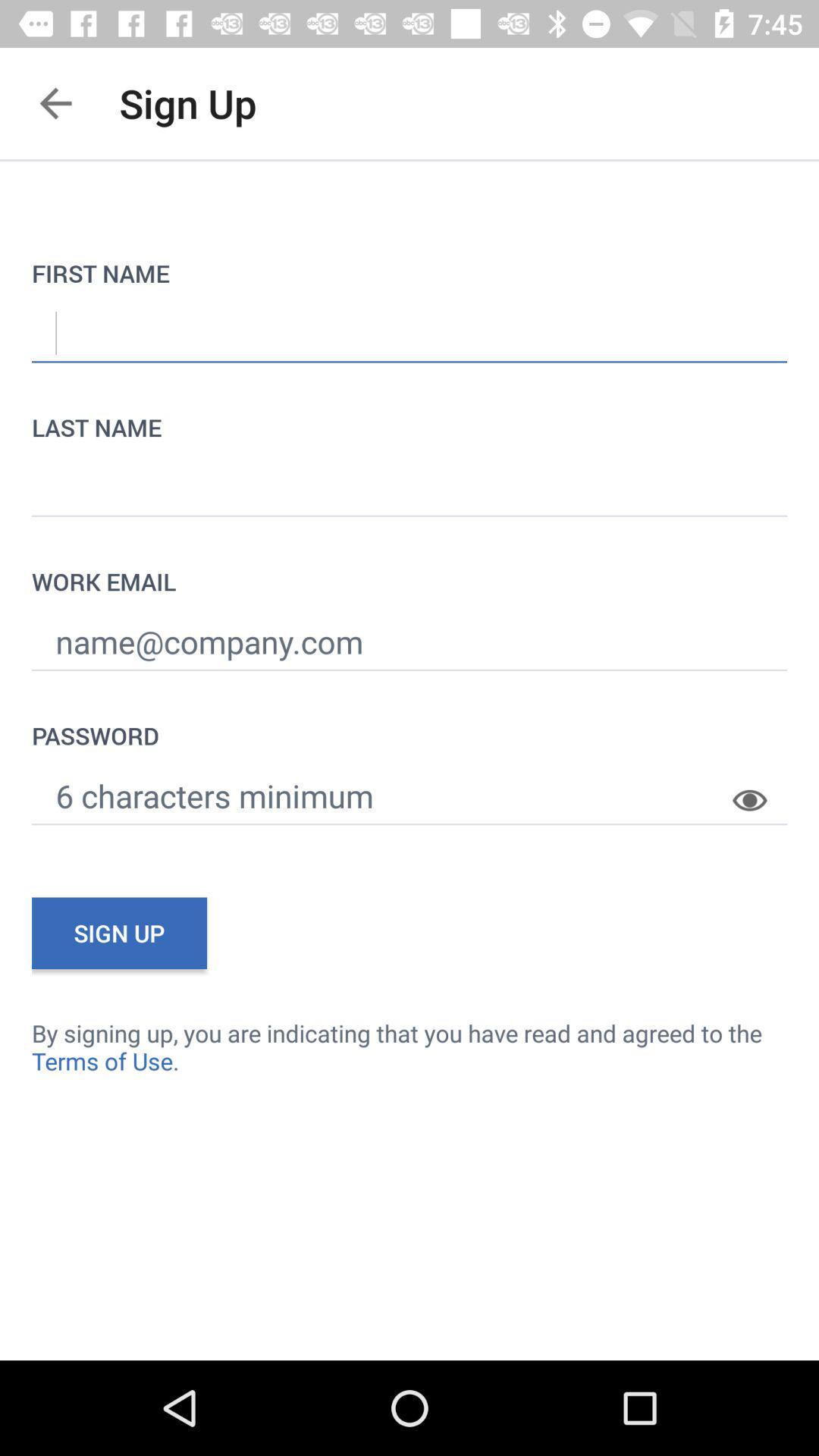 The width and height of the screenshot is (819, 1456). What do you see at coordinates (760, 788) in the screenshot?
I see `the item below password item` at bounding box center [760, 788].